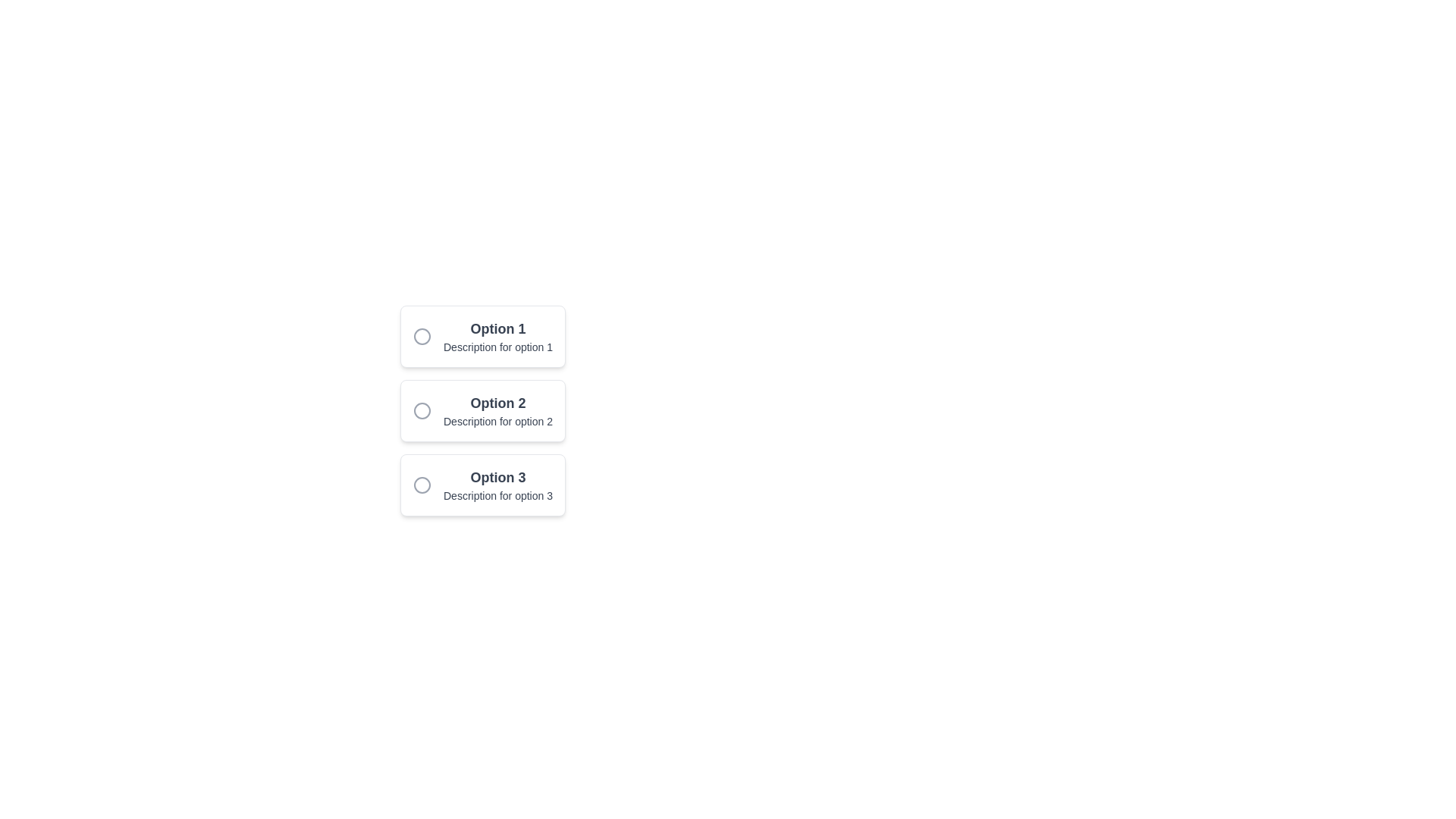 The image size is (1456, 819). Describe the element at coordinates (422, 335) in the screenshot. I see `the radio button associated with 'Option 1', which is represented by a circular icon with a gray border and hollow center, positioned to the left of the text 'Option 1'` at that location.